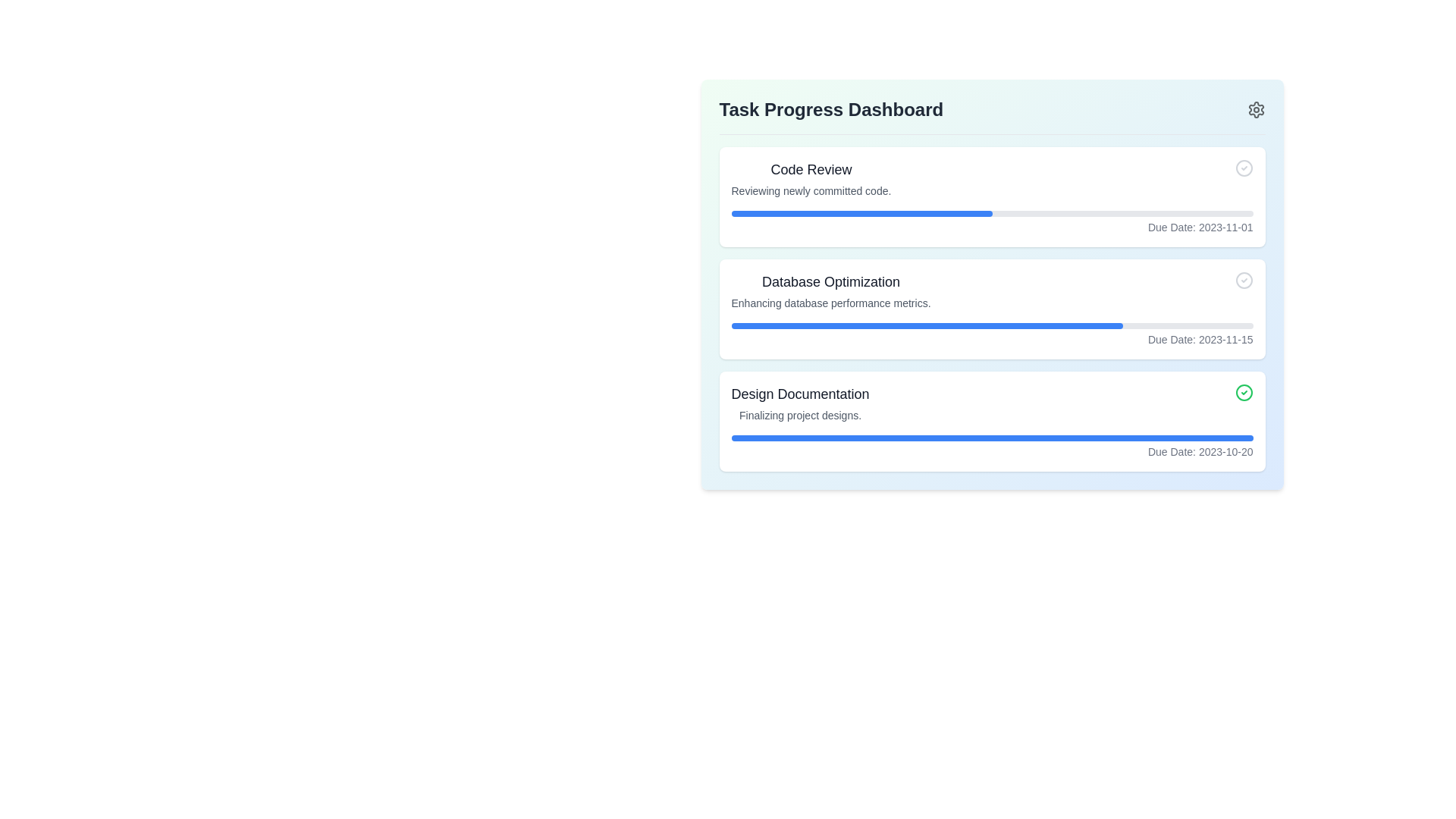 Image resolution: width=1456 pixels, height=819 pixels. I want to click on displayed text from the title label located at the top of the third task card in the vertical task list on the dashboard, so click(799, 394).